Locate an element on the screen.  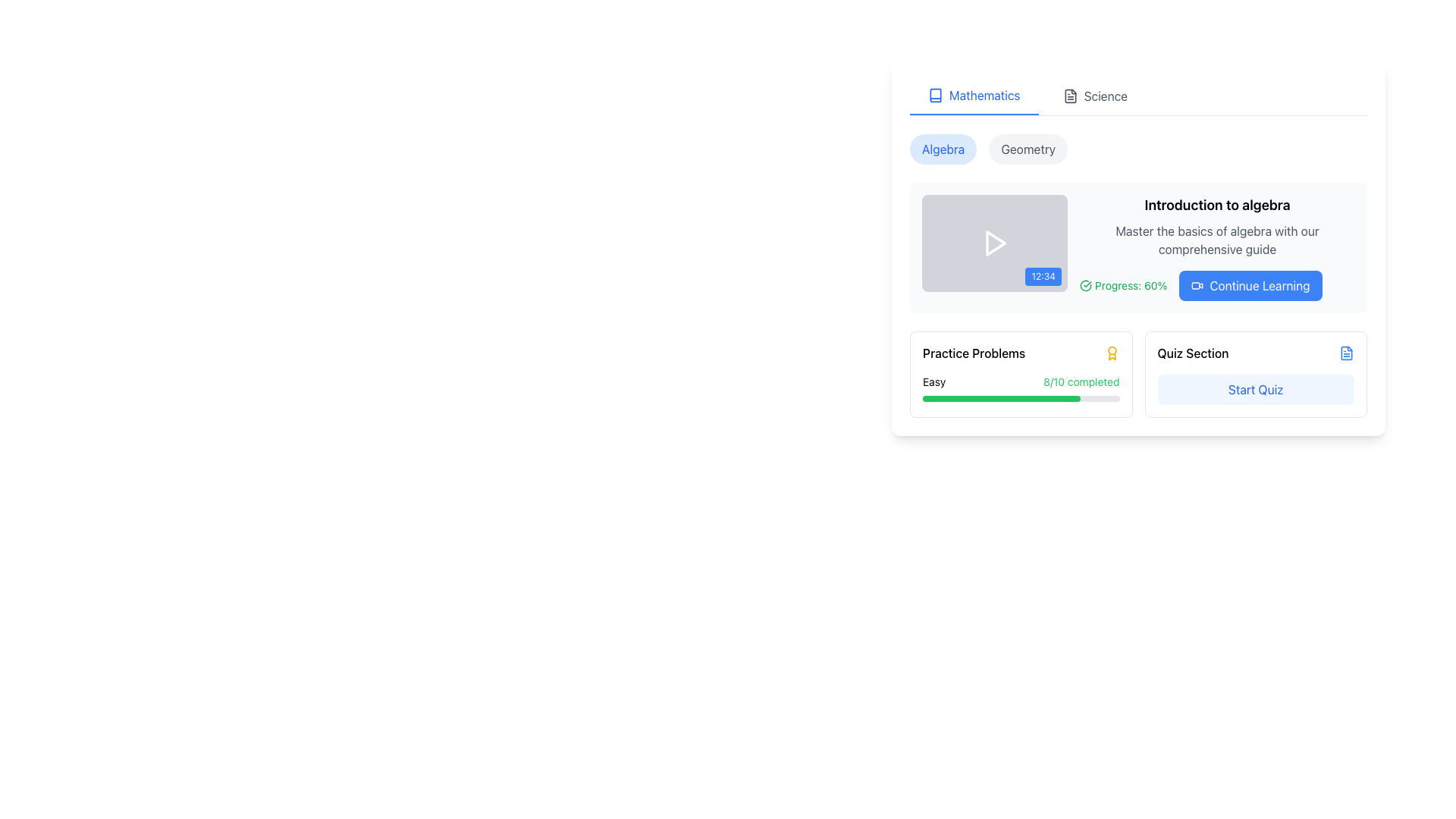
the yellow award or badge icon located in the top-right corner of the 'Practice Problems' section, adjacent to the text 'Practice Problems' is located at coordinates (1112, 353).